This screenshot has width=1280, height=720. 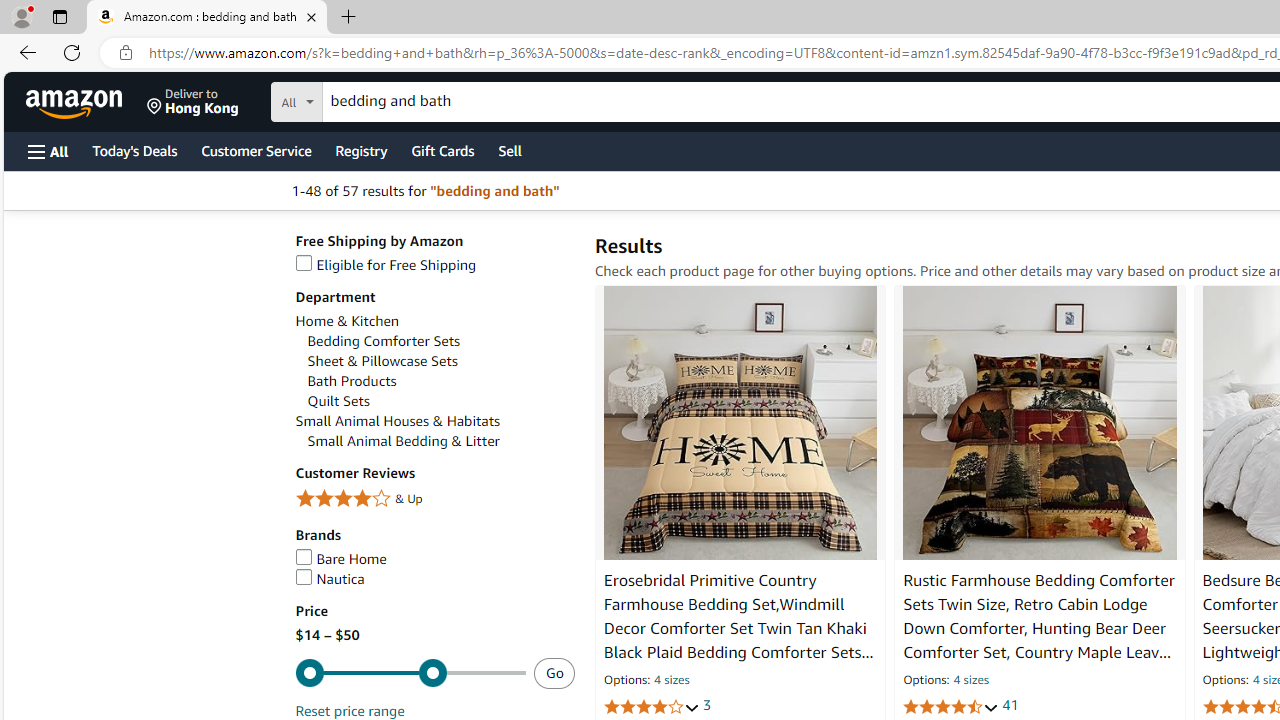 I want to click on 'Search in', so click(x=371, y=99).